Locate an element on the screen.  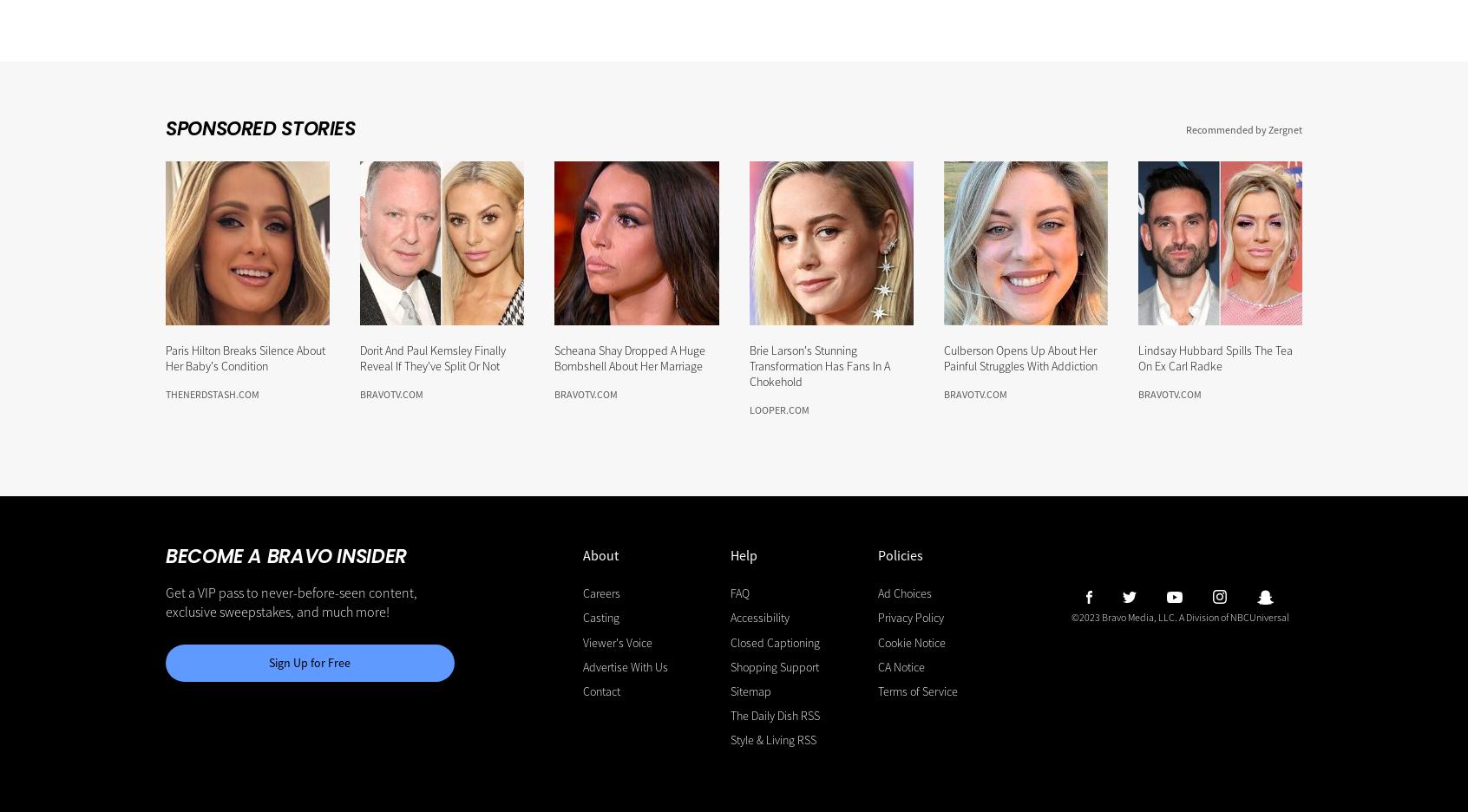
'The Daily Dish RSS' is located at coordinates (774, 714).